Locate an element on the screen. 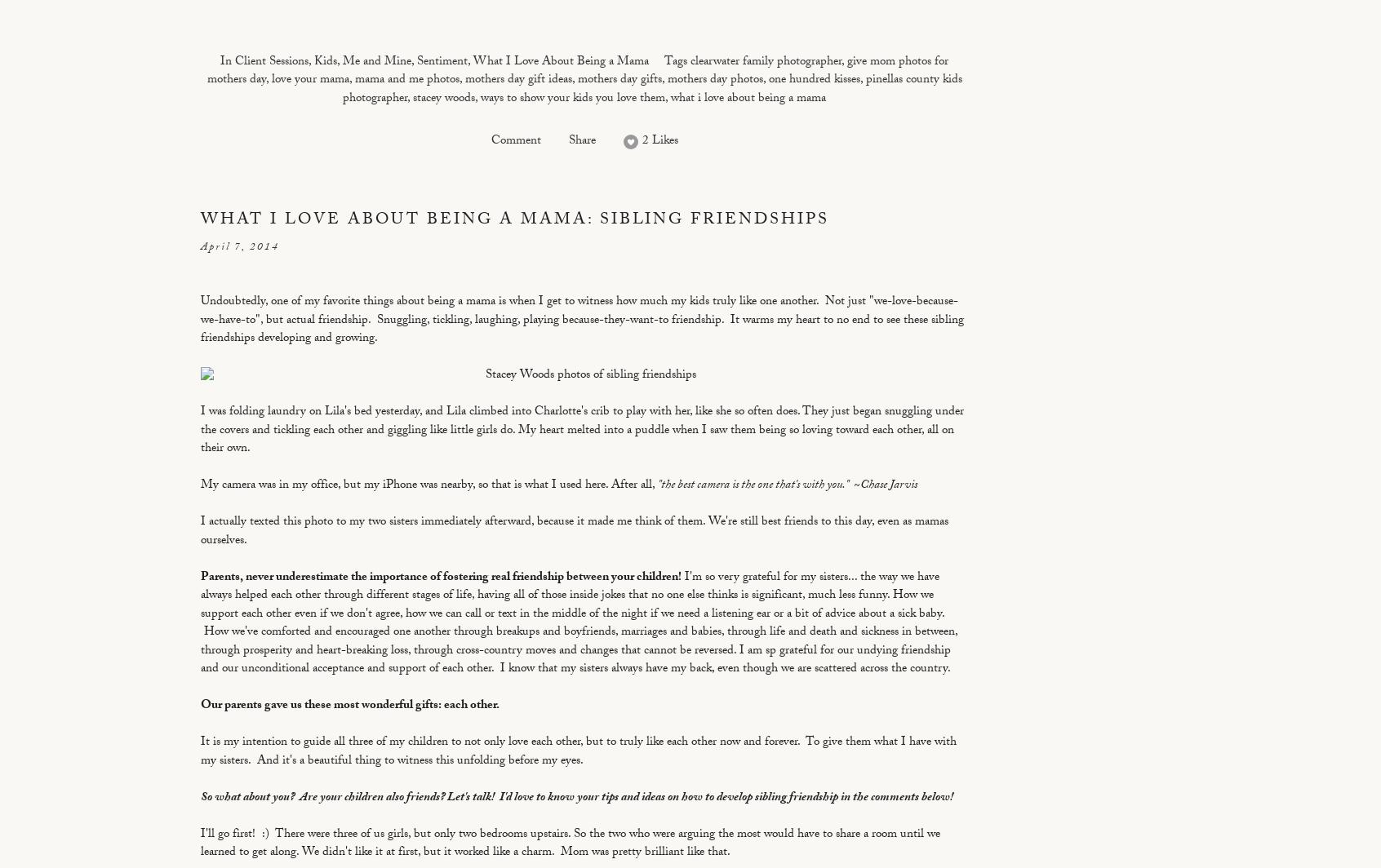 The height and width of the screenshot is (868, 1381). 'I actually texted this photo to my two sisters immediately afterward, because it made me think of them. We're still best friends to this day, even as mamas ourselves.' is located at coordinates (575, 532).